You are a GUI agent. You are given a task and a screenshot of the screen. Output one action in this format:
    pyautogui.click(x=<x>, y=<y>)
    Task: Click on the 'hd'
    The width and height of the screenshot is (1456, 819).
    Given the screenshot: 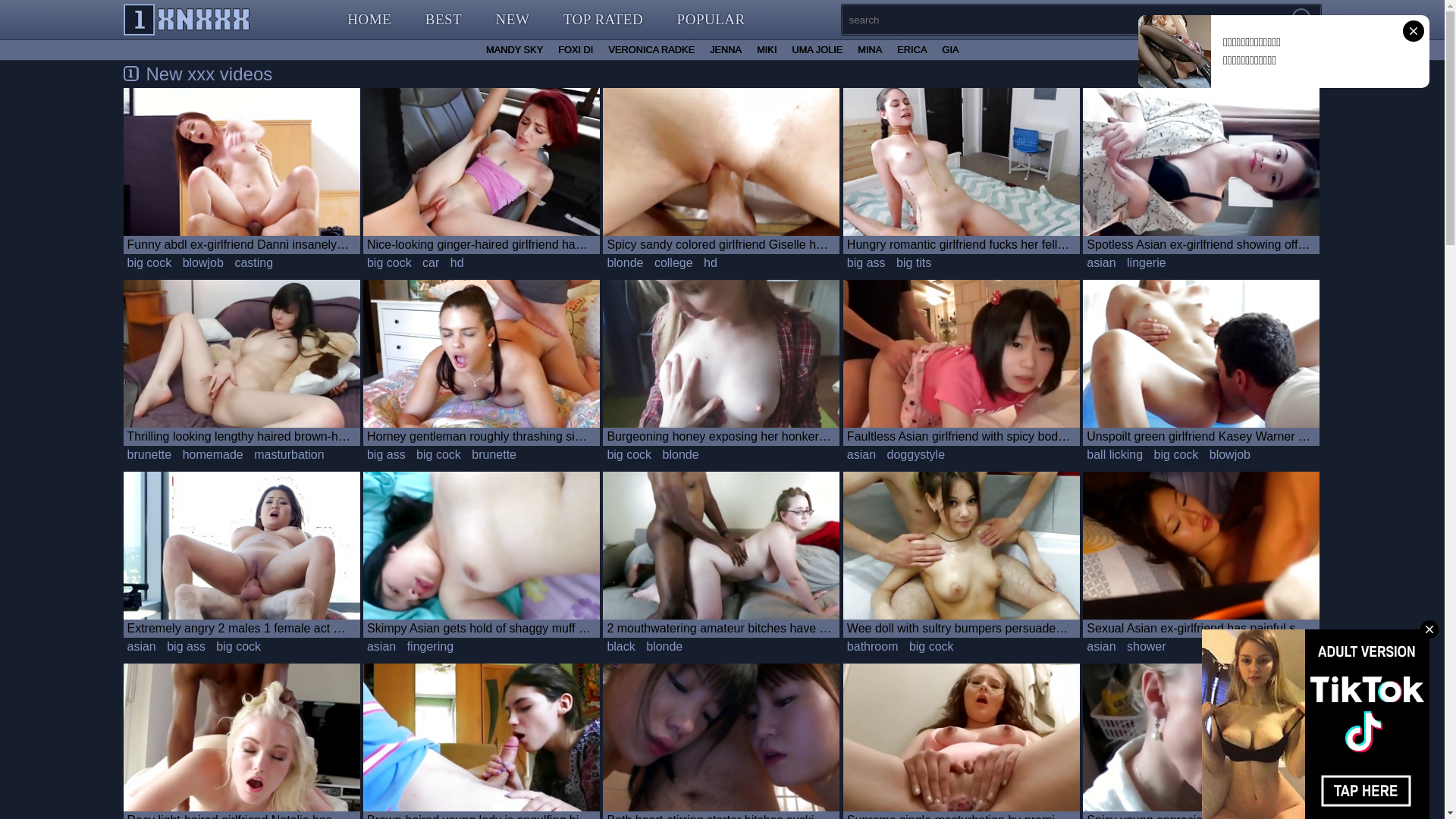 What is the action you would take?
    pyautogui.click(x=457, y=262)
    